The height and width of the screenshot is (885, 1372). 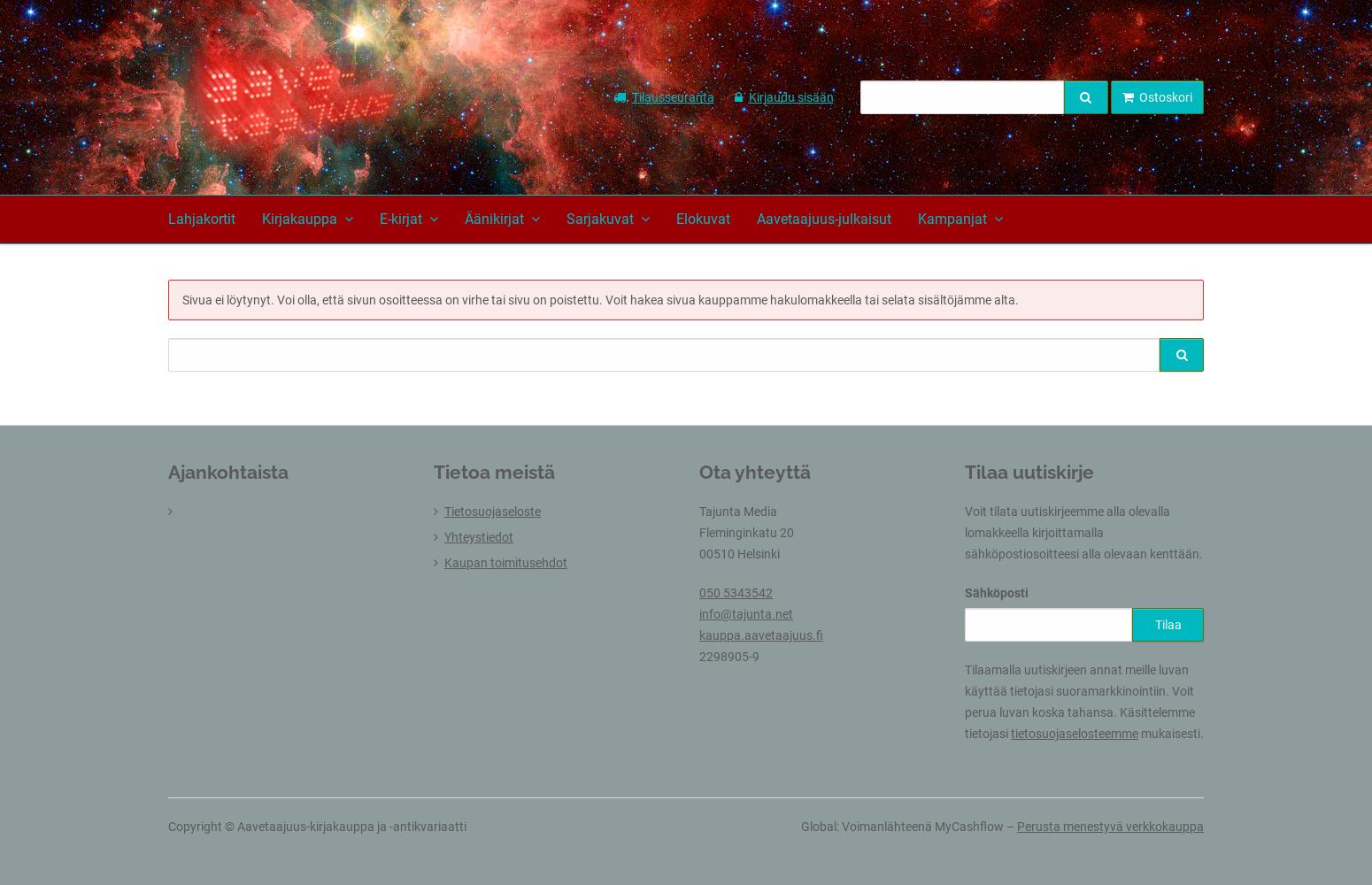 What do you see at coordinates (917, 218) in the screenshot?
I see `'Kampanjat'` at bounding box center [917, 218].